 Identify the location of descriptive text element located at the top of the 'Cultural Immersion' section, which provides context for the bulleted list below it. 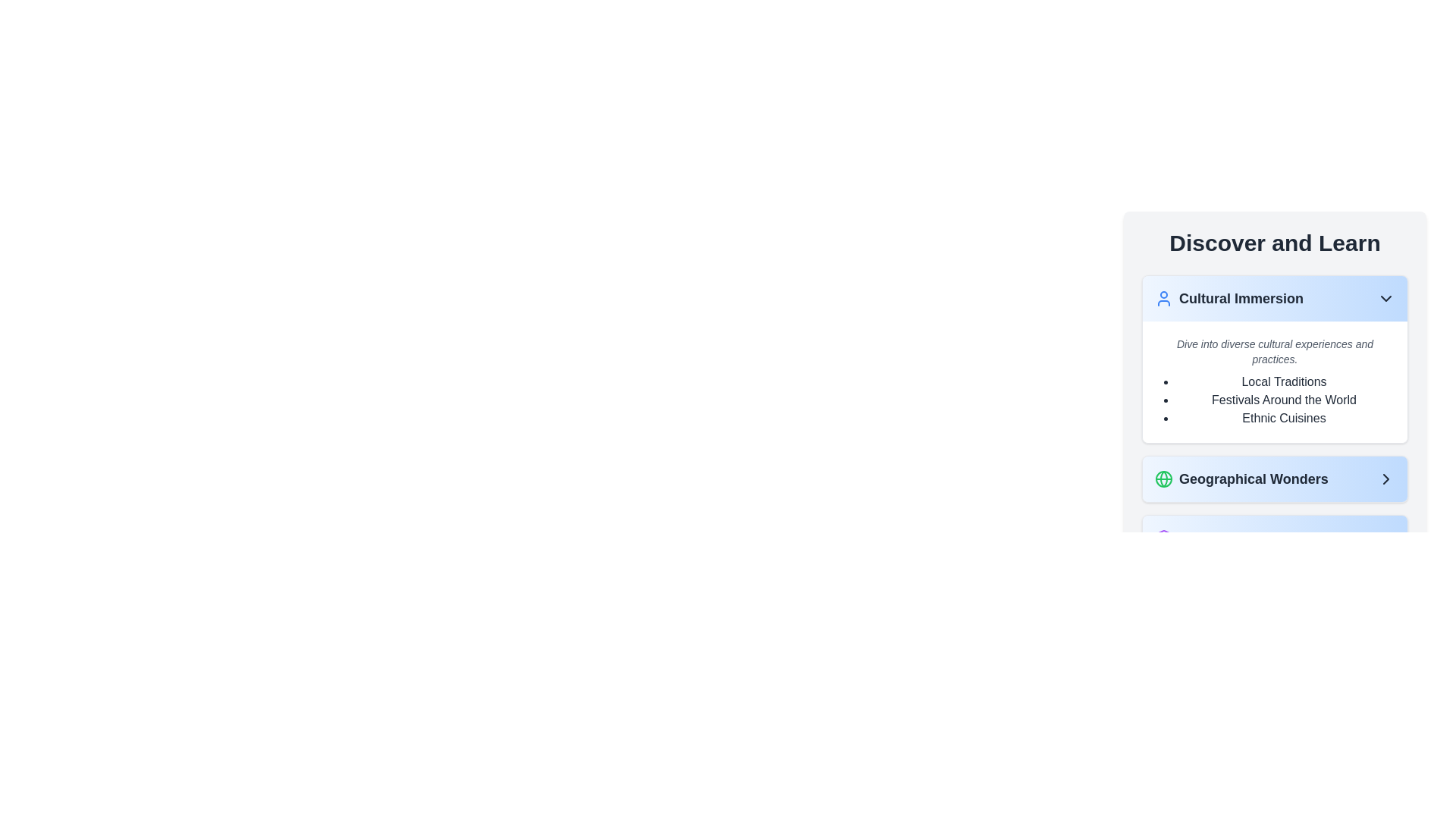
(1274, 351).